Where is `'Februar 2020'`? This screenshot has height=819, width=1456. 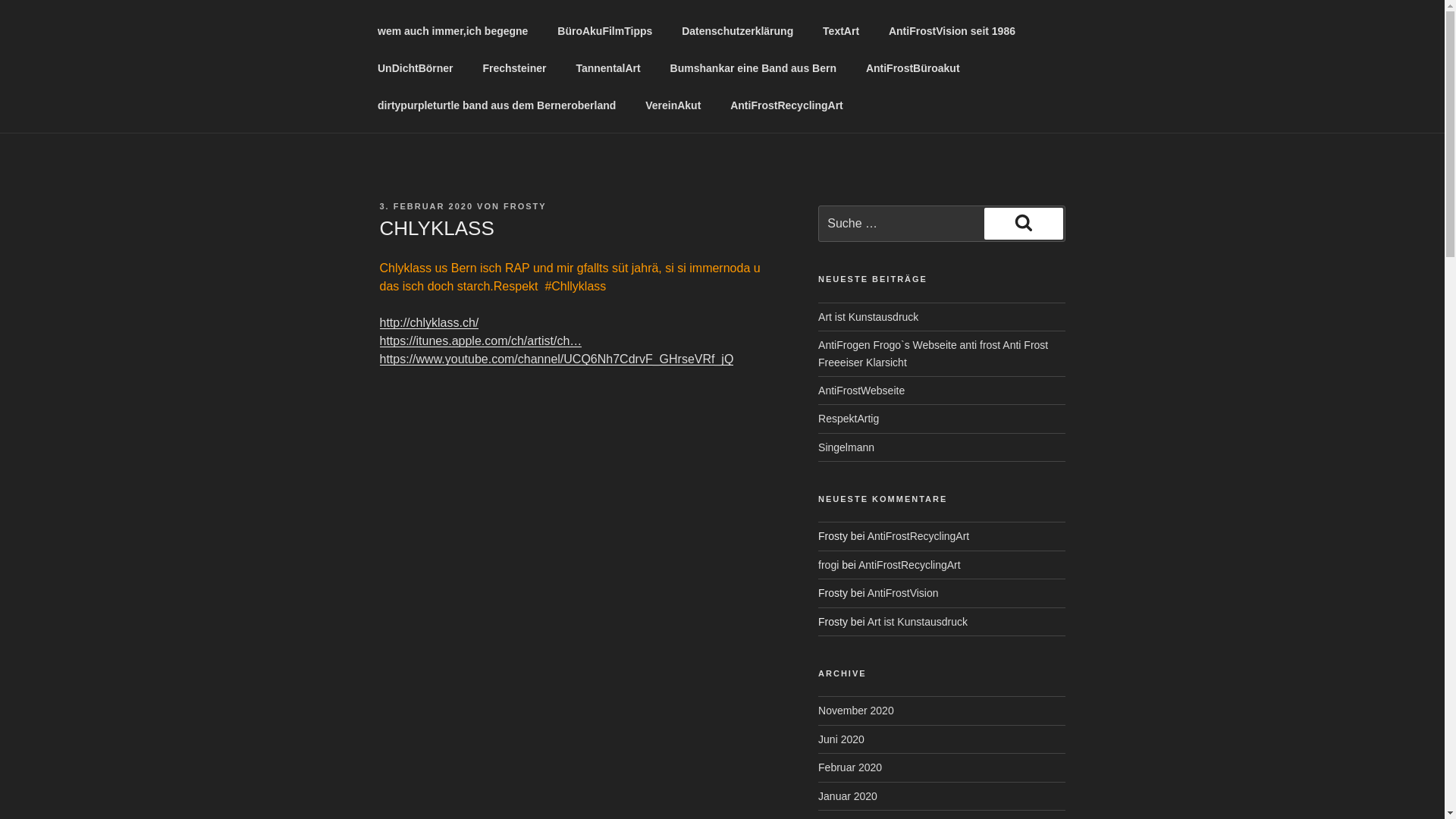
'Februar 2020' is located at coordinates (850, 767).